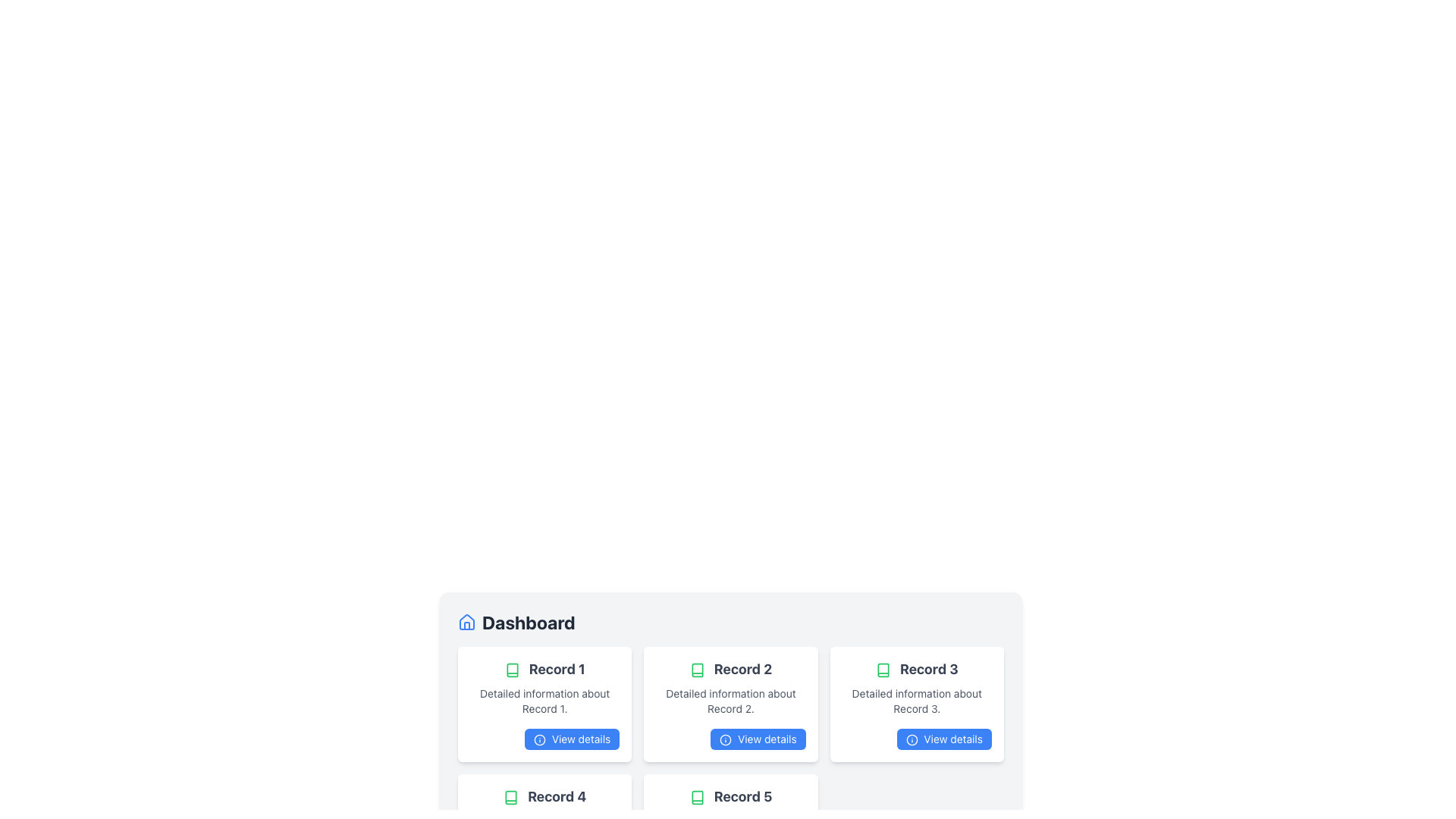 This screenshot has height=819, width=1456. Describe the element at coordinates (539, 739) in the screenshot. I see `the icon within the 'View details' button on the card for 'Record 1' located in the first column under the 'Dashboard' heading` at that location.